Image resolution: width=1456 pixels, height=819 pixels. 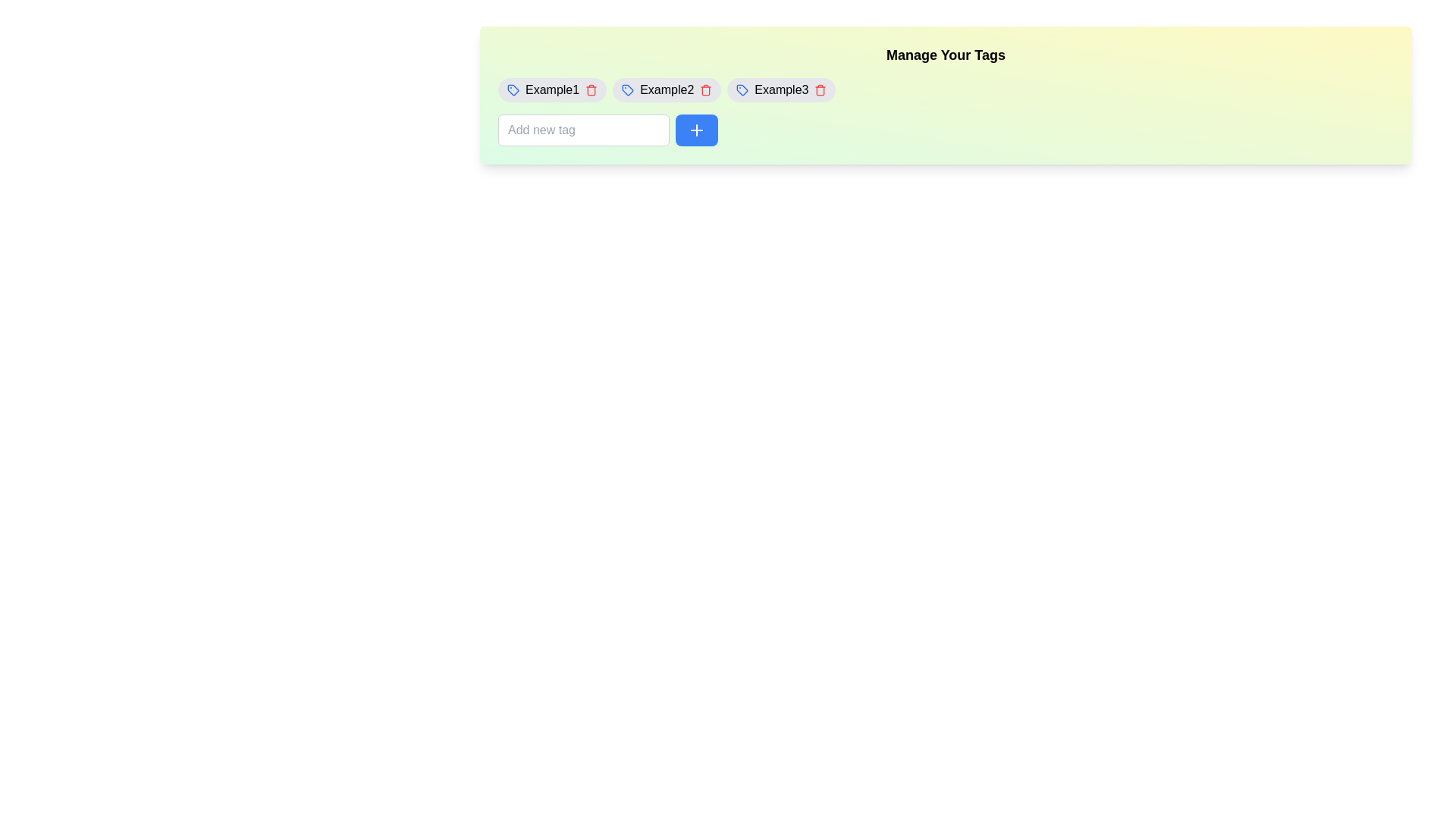 I want to click on the trash bin icon located at the far right inside the 'Example2' tag, so click(x=705, y=90).